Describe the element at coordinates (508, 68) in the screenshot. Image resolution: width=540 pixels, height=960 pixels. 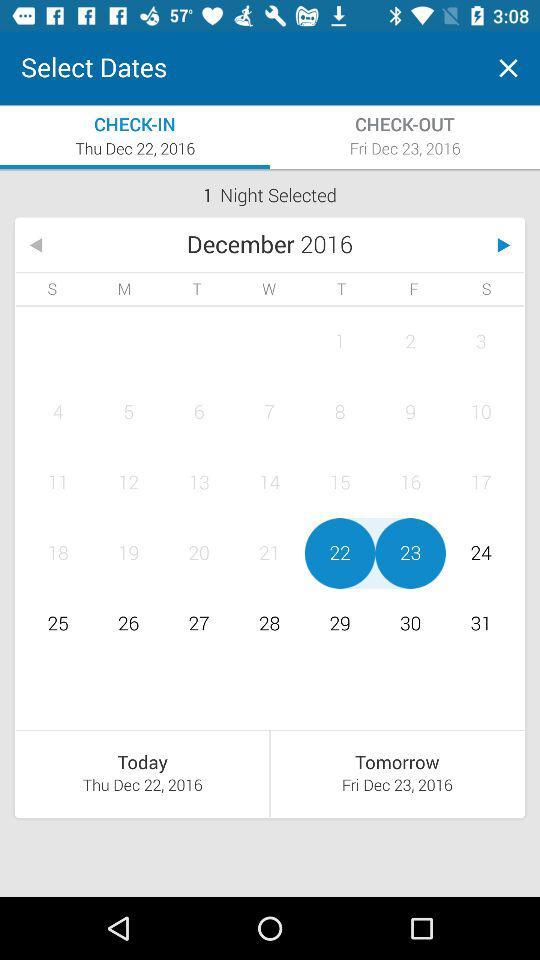
I see `the tab` at that location.